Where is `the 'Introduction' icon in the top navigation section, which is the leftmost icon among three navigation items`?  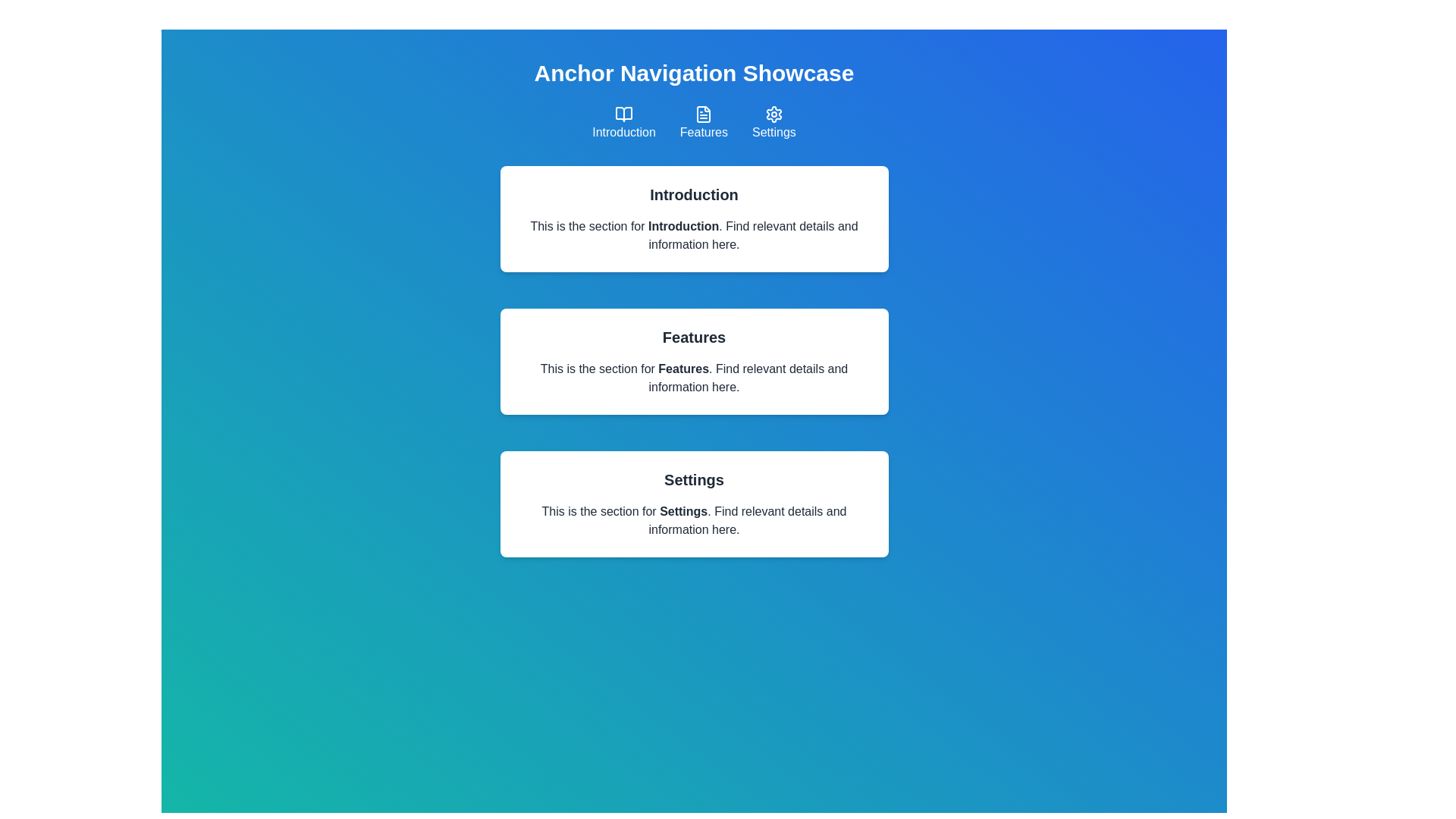
the 'Introduction' icon in the top navigation section, which is the leftmost icon among three navigation items is located at coordinates (624, 113).